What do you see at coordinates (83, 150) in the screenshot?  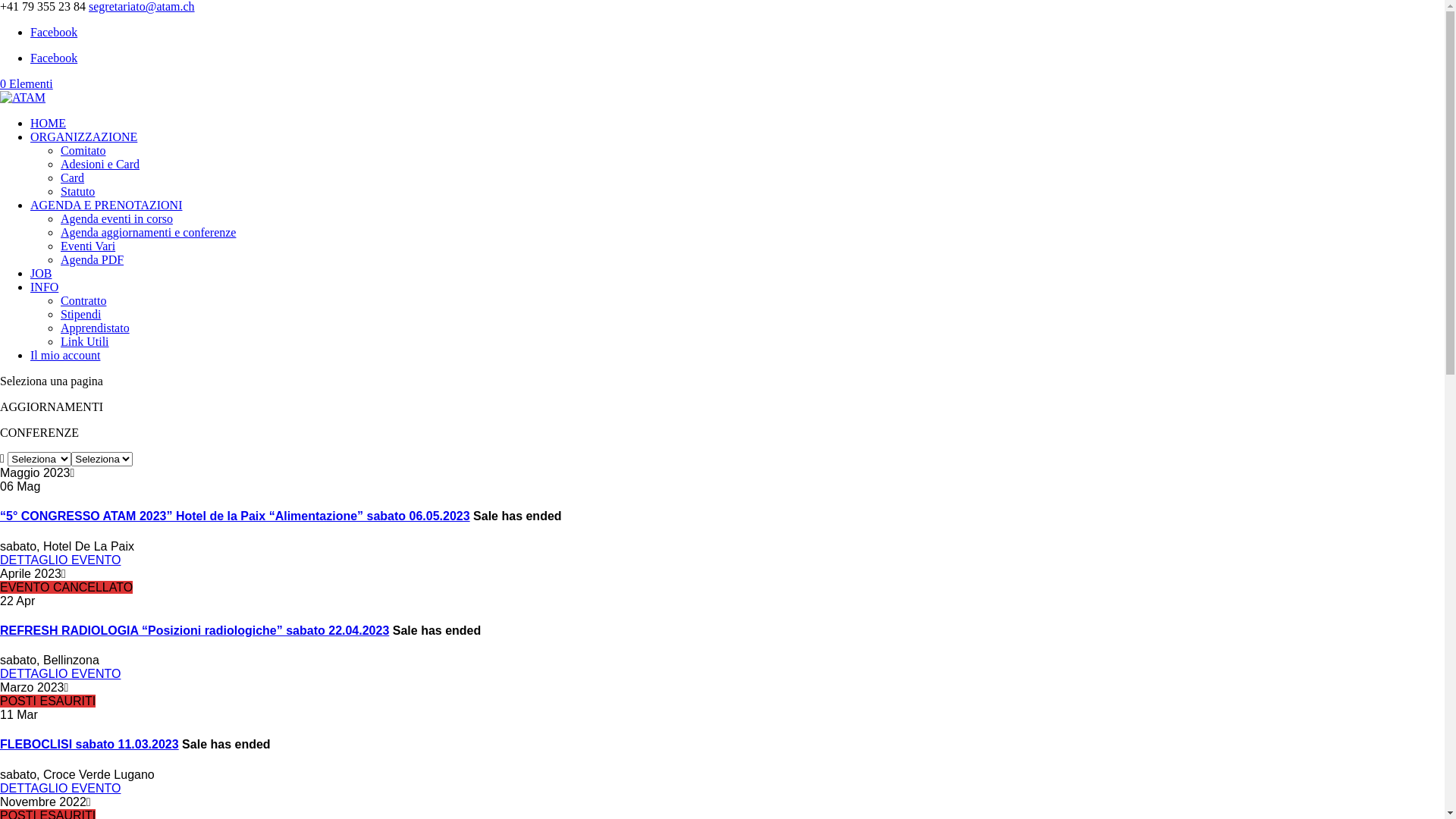 I see `'Comitato'` at bounding box center [83, 150].